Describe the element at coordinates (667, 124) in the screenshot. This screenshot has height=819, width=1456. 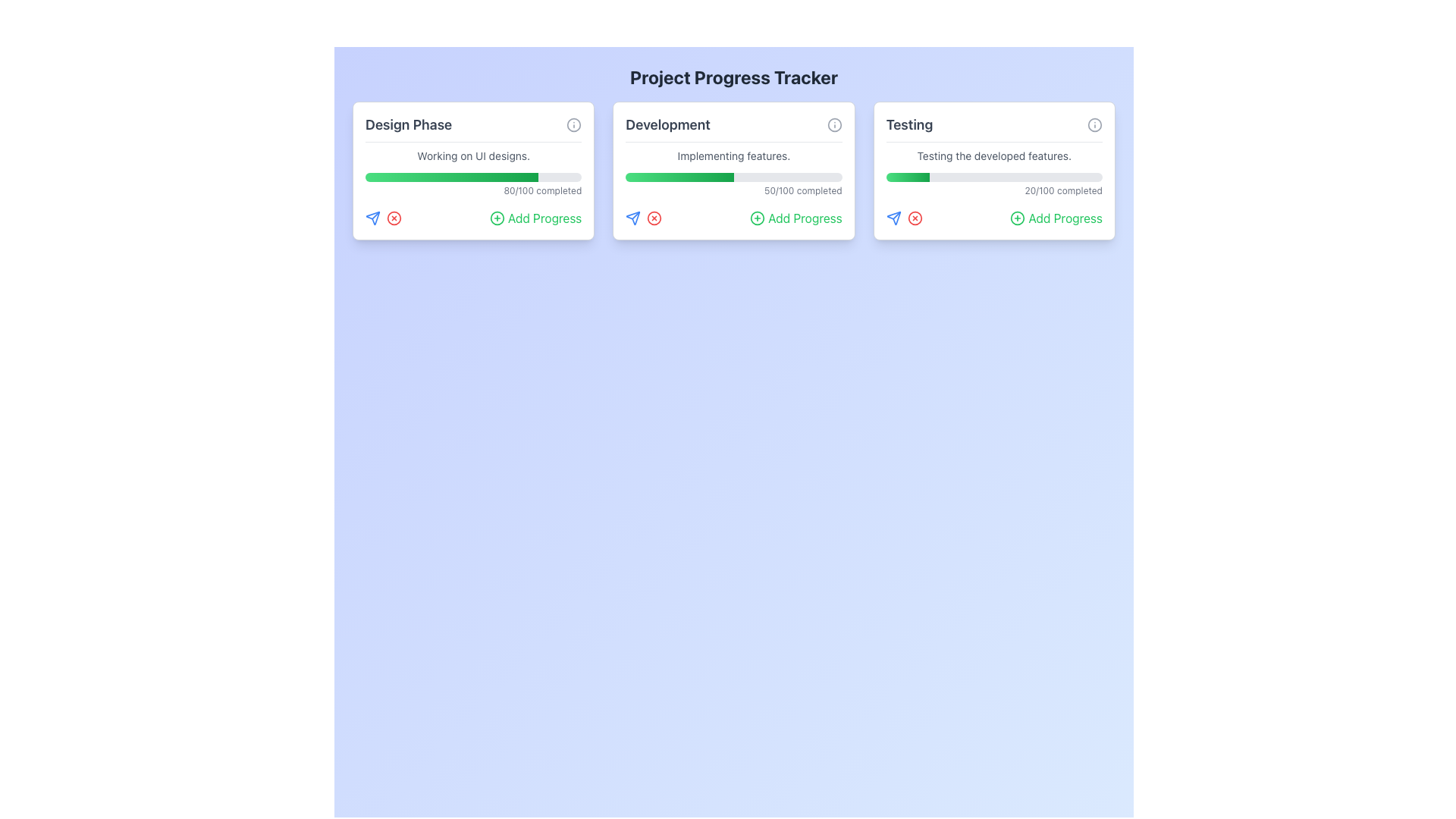
I see `the text label located at the top of the center card in a three-card horizontal layout, which serves as the title for its section` at that location.